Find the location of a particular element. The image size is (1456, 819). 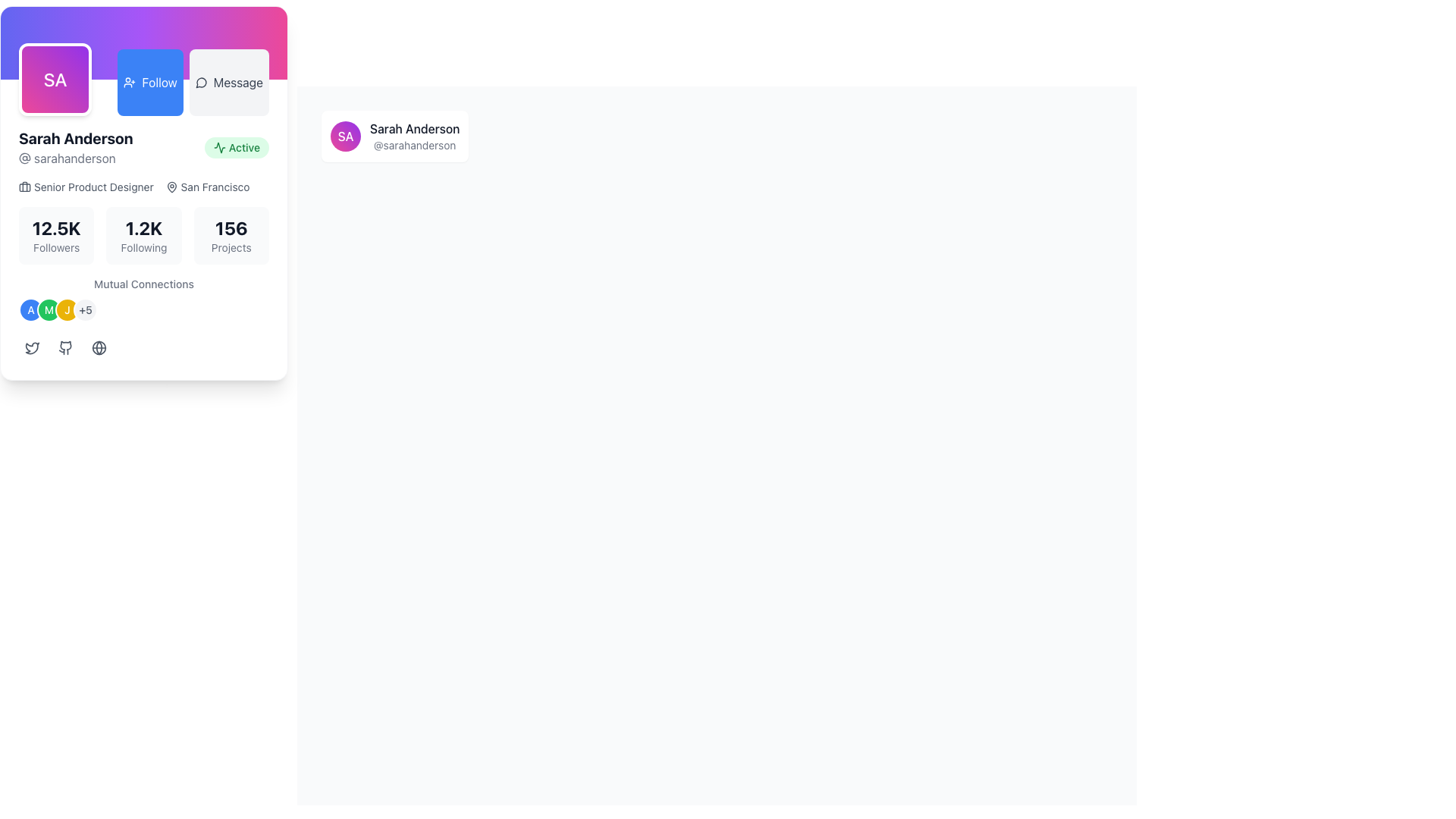

the 'Followers' text label, which is a small-sized gray text located directly below the '12.5K' numeric text is located at coordinates (56, 247).